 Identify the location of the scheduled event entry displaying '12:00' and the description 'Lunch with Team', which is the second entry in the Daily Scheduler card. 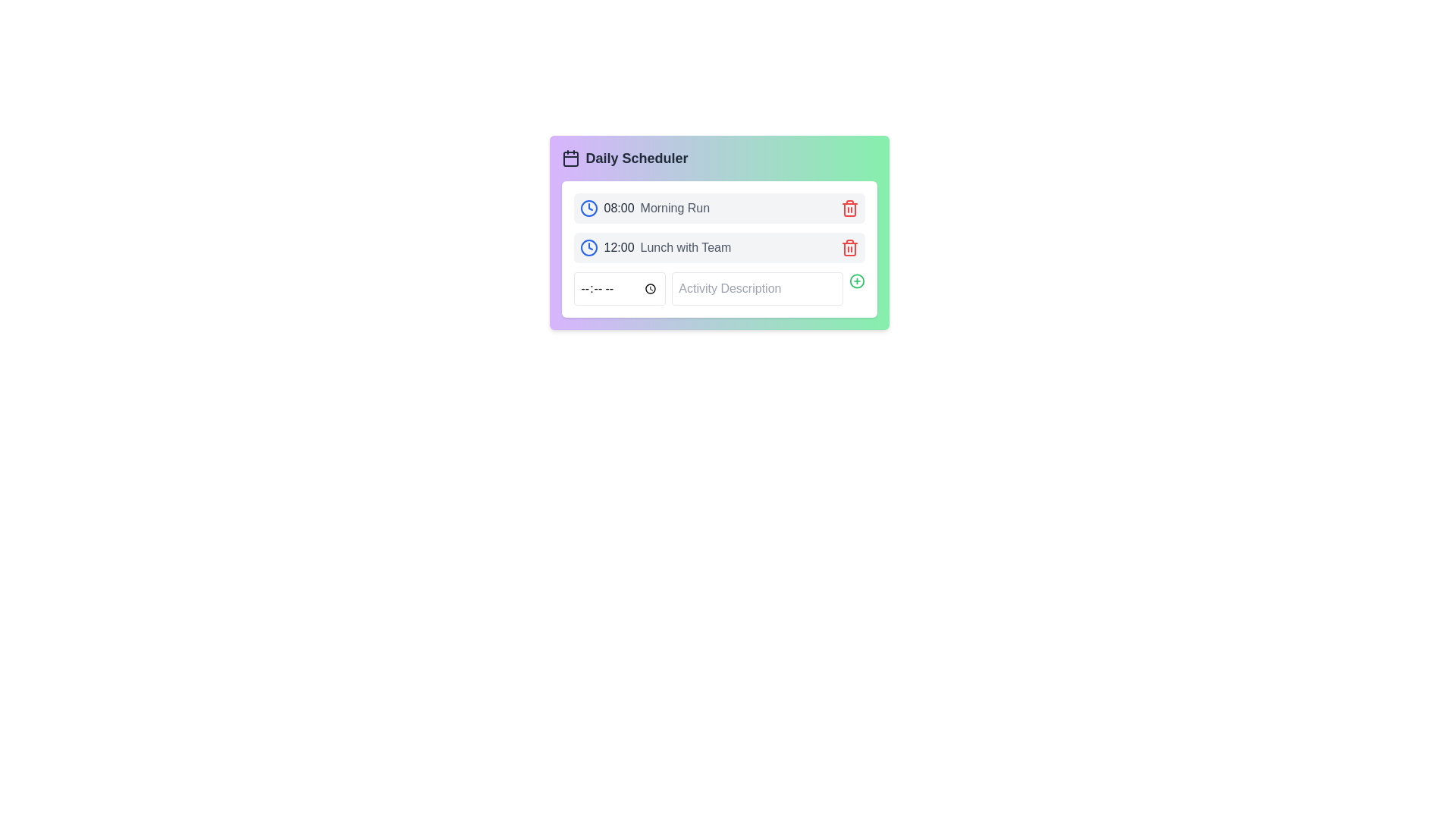
(655, 247).